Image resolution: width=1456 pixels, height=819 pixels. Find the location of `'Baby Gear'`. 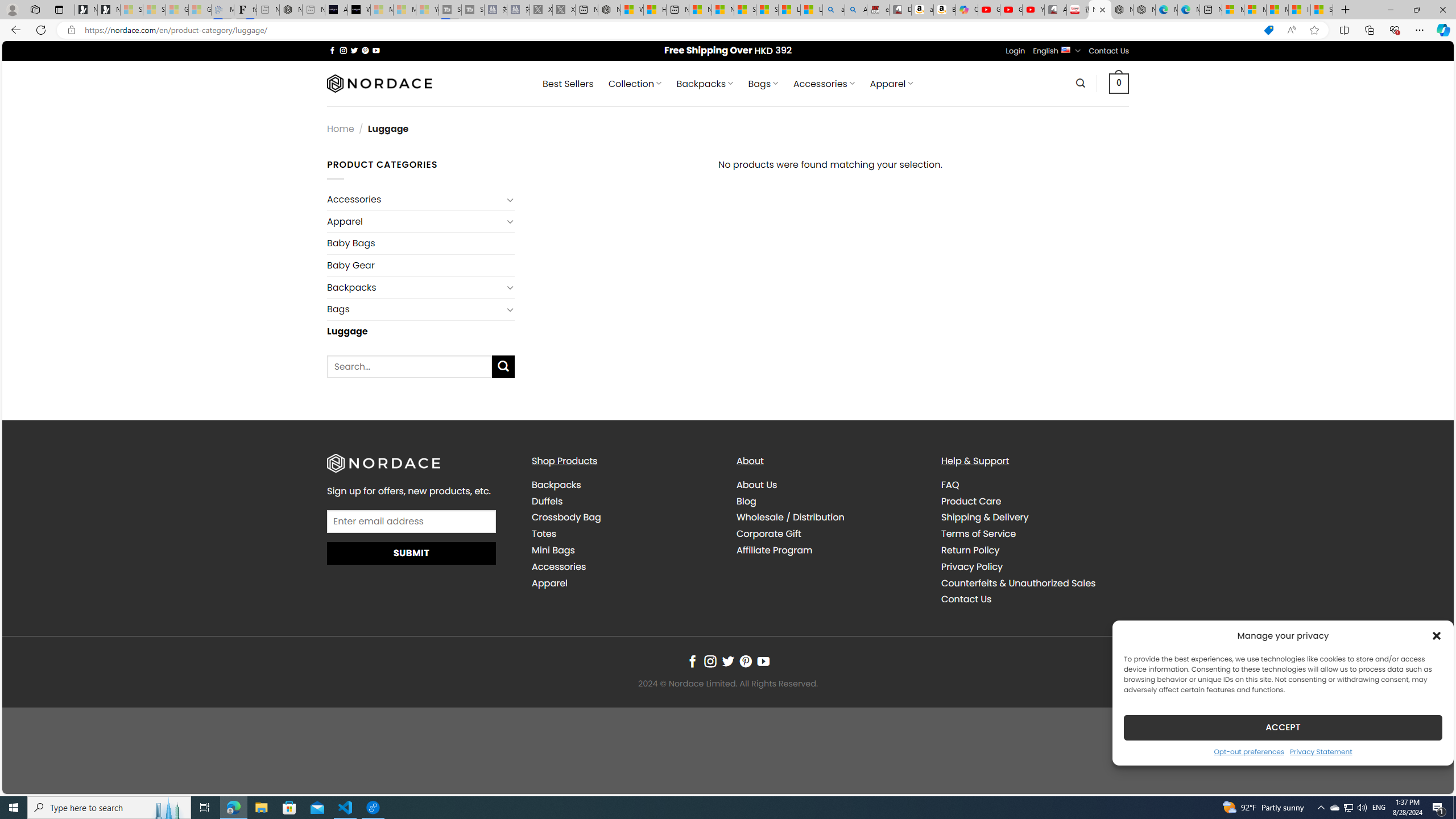

'Baby Gear' is located at coordinates (421, 265).